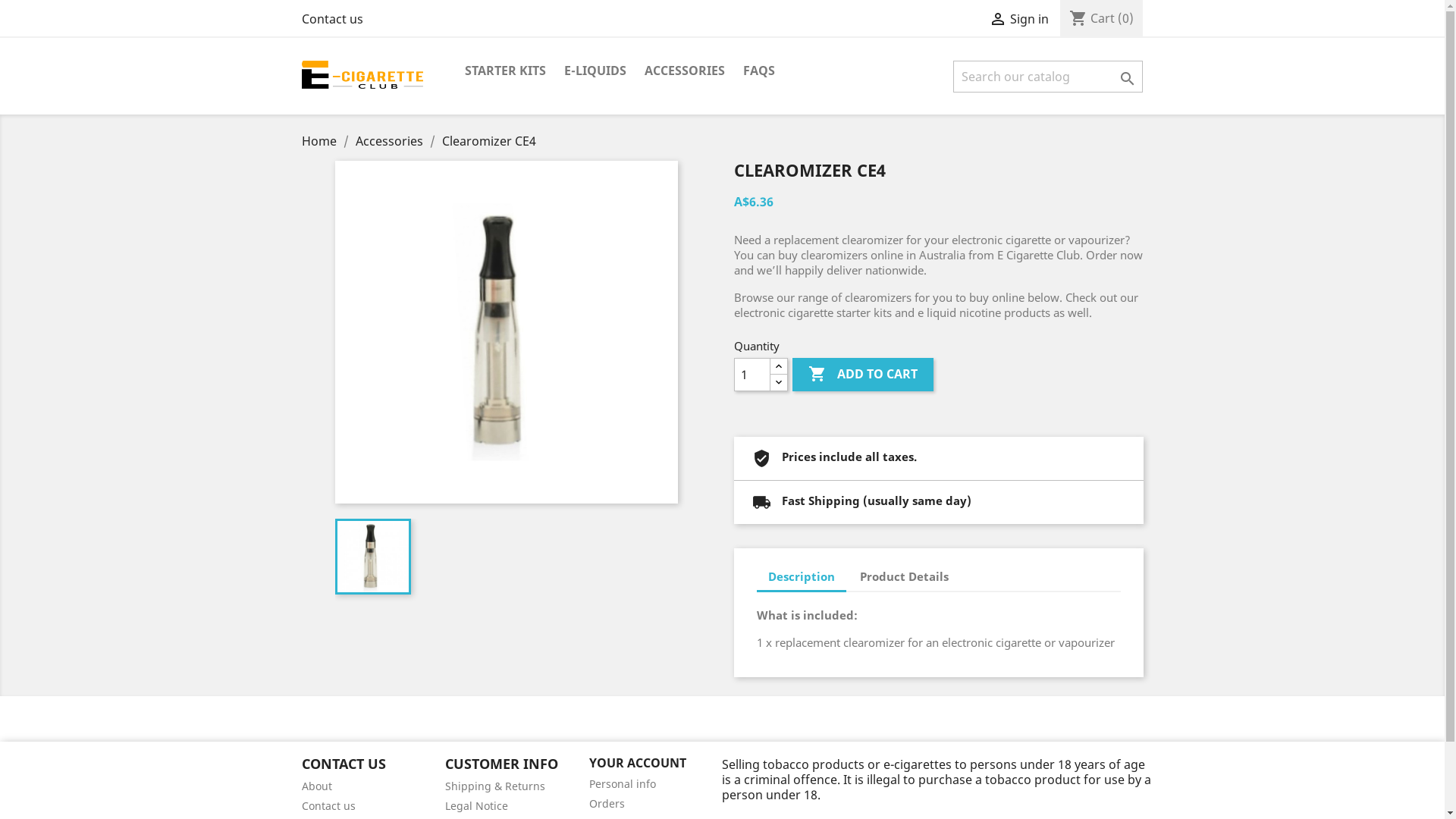 Image resolution: width=1456 pixels, height=819 pixels. What do you see at coordinates (904, 576) in the screenshot?
I see `'Product Details'` at bounding box center [904, 576].